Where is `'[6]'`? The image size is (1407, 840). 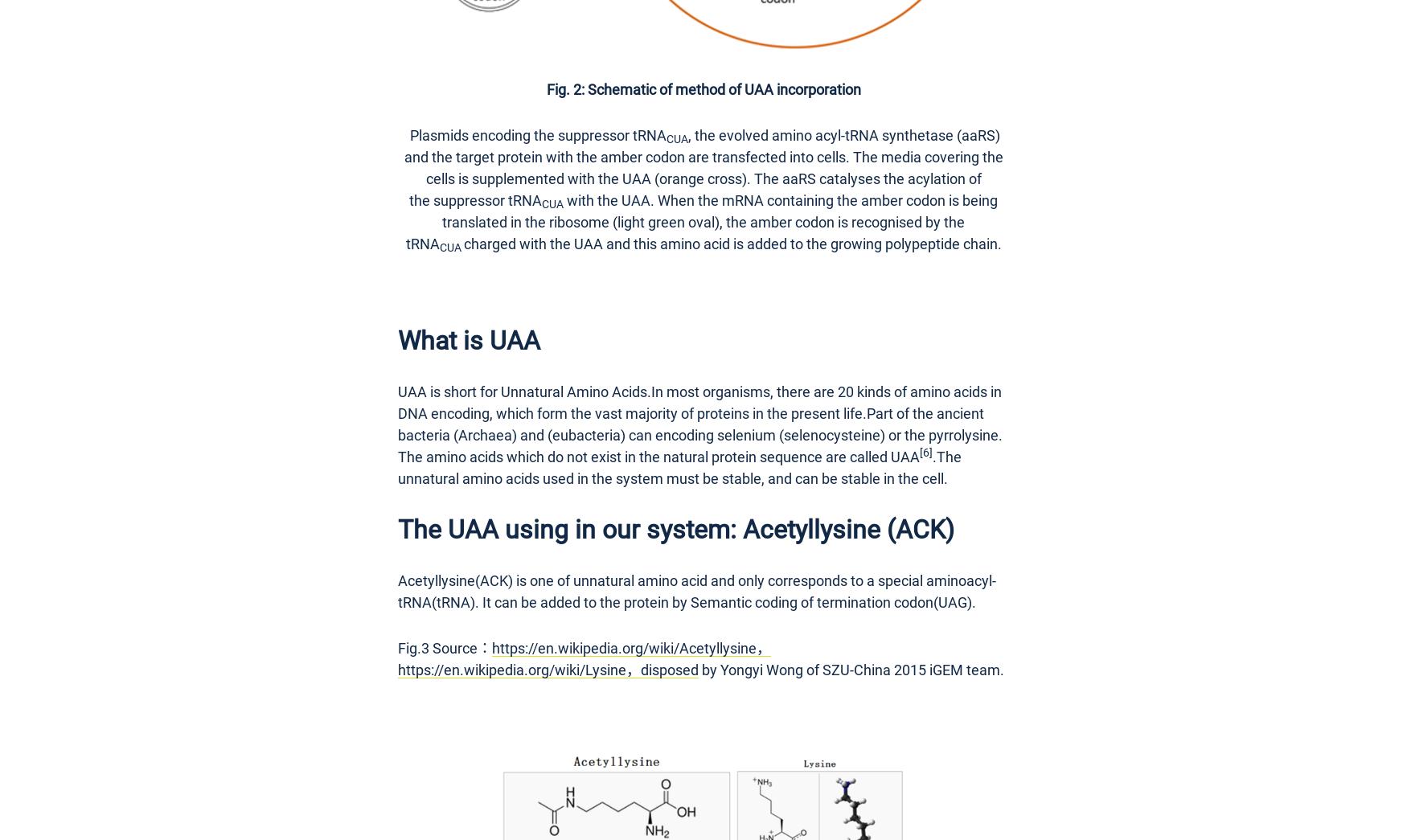
'[6]' is located at coordinates (925, 452).